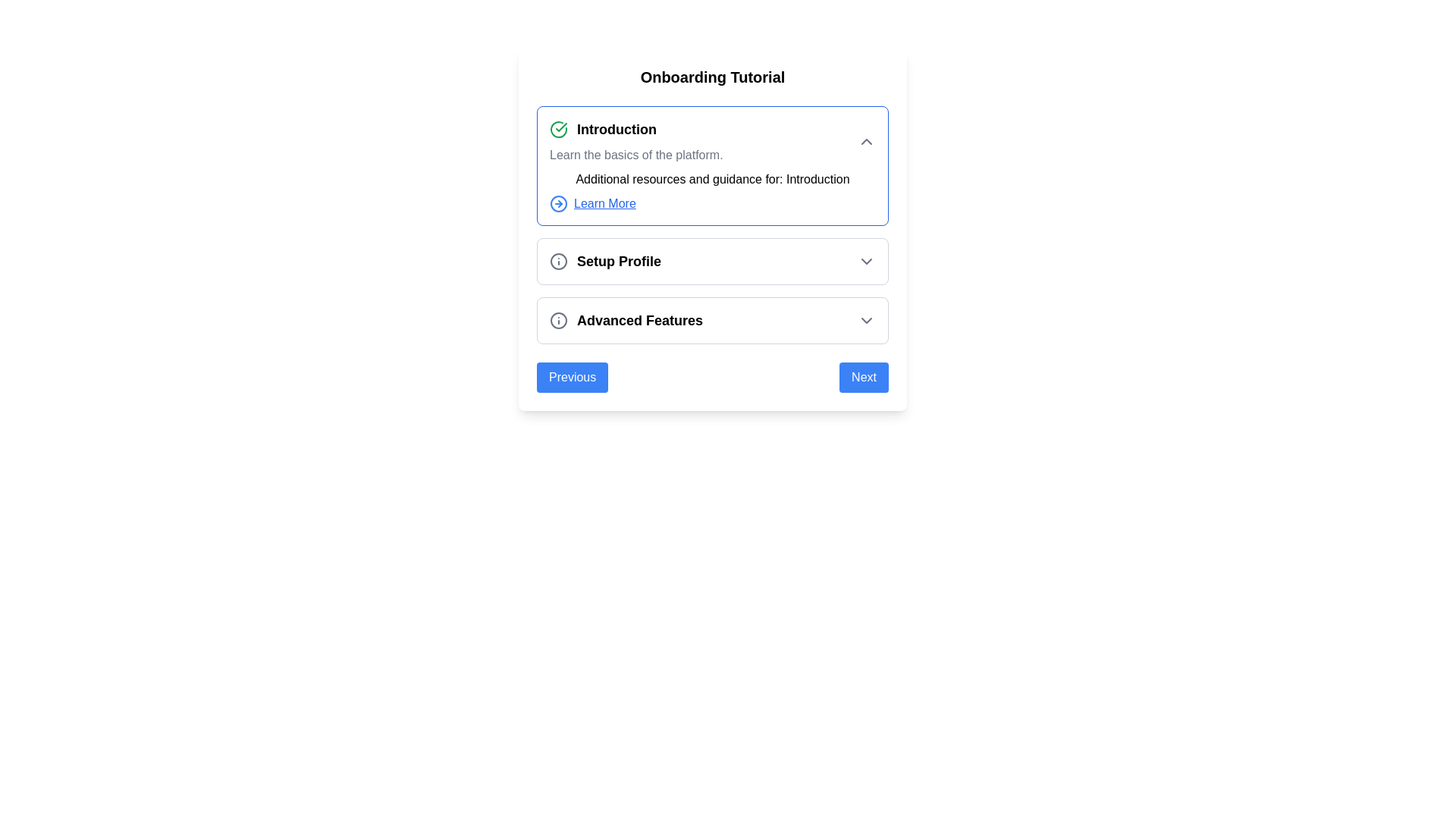 The width and height of the screenshot is (1456, 819). I want to click on the collapsible icon in the section titled 'Introduction' to expand or collapse the additional panel containing resources and guidance, so click(712, 225).